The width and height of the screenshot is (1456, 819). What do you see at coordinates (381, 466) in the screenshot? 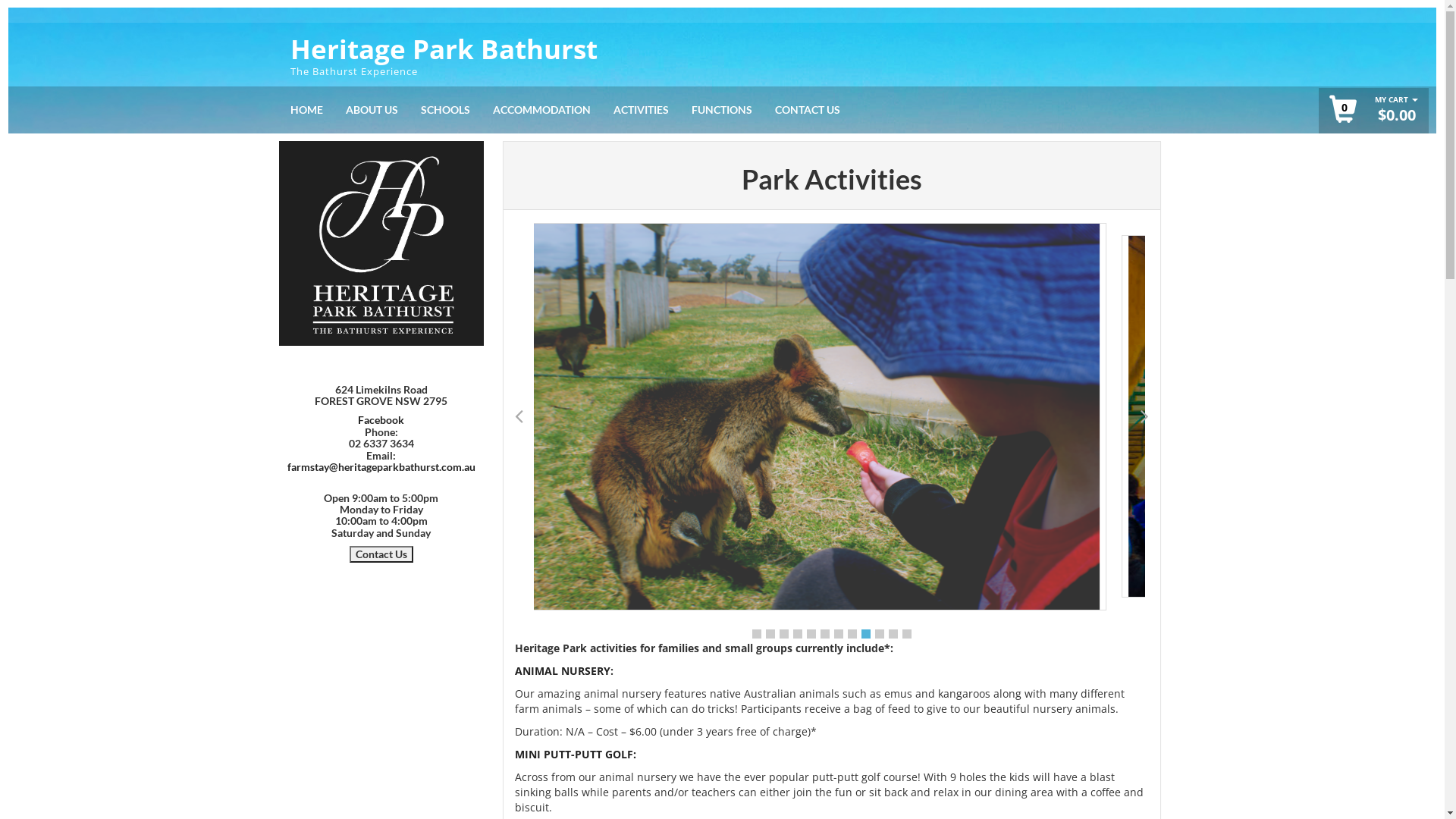
I see `'farmstay@heritageparkbathurst.com.au'` at bounding box center [381, 466].